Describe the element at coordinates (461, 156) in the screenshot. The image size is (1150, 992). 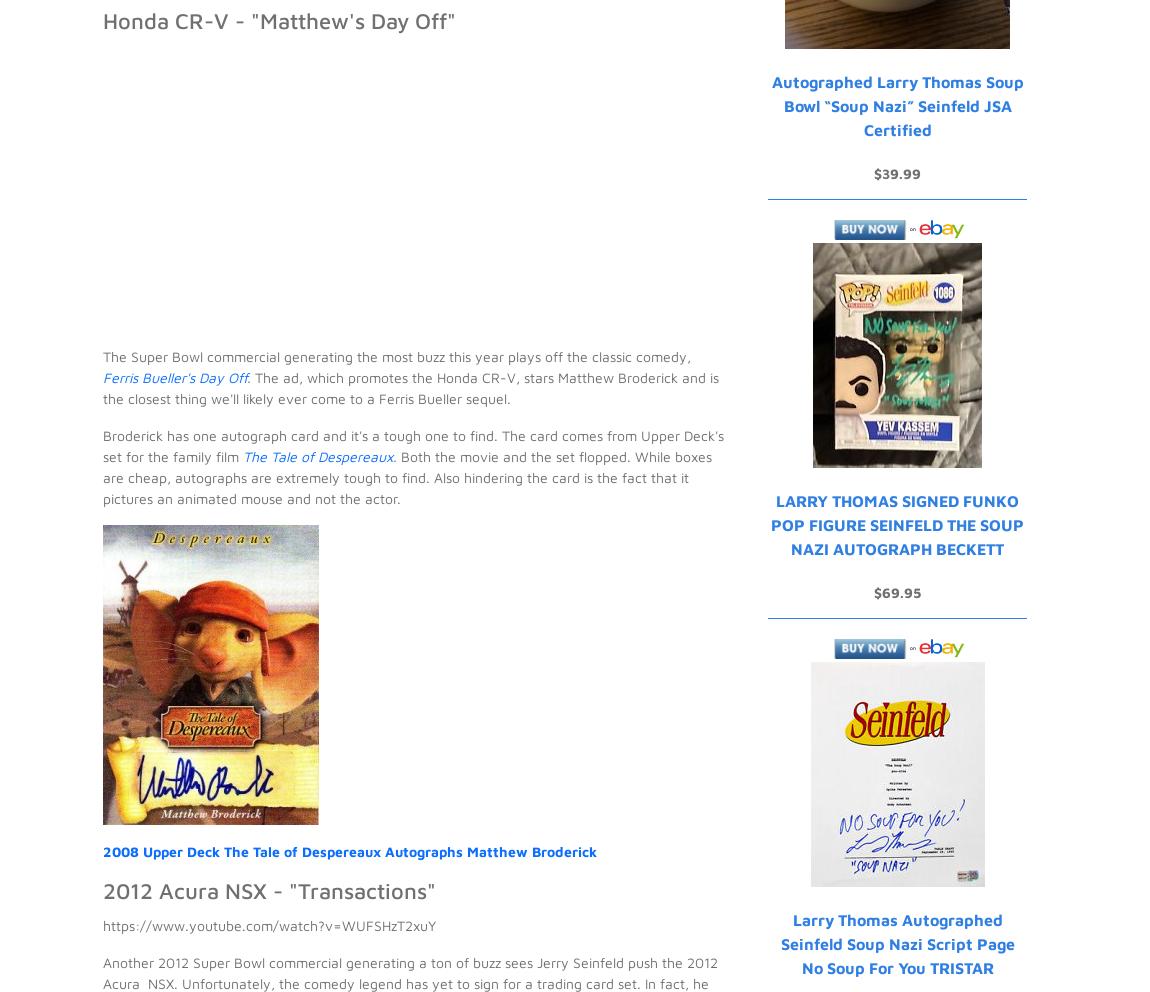
I see `'His collecting origins began with winter bike rides to the corner store, tossing a couple of quarters onto the counter and peddling home with a couple packs of O-Pee-Chee hockey in his pocket. Today, he continues to build sets, go after inserts with cool technologies, chase Montreal Expos and finish off his John Jaha master collection.'` at that location.